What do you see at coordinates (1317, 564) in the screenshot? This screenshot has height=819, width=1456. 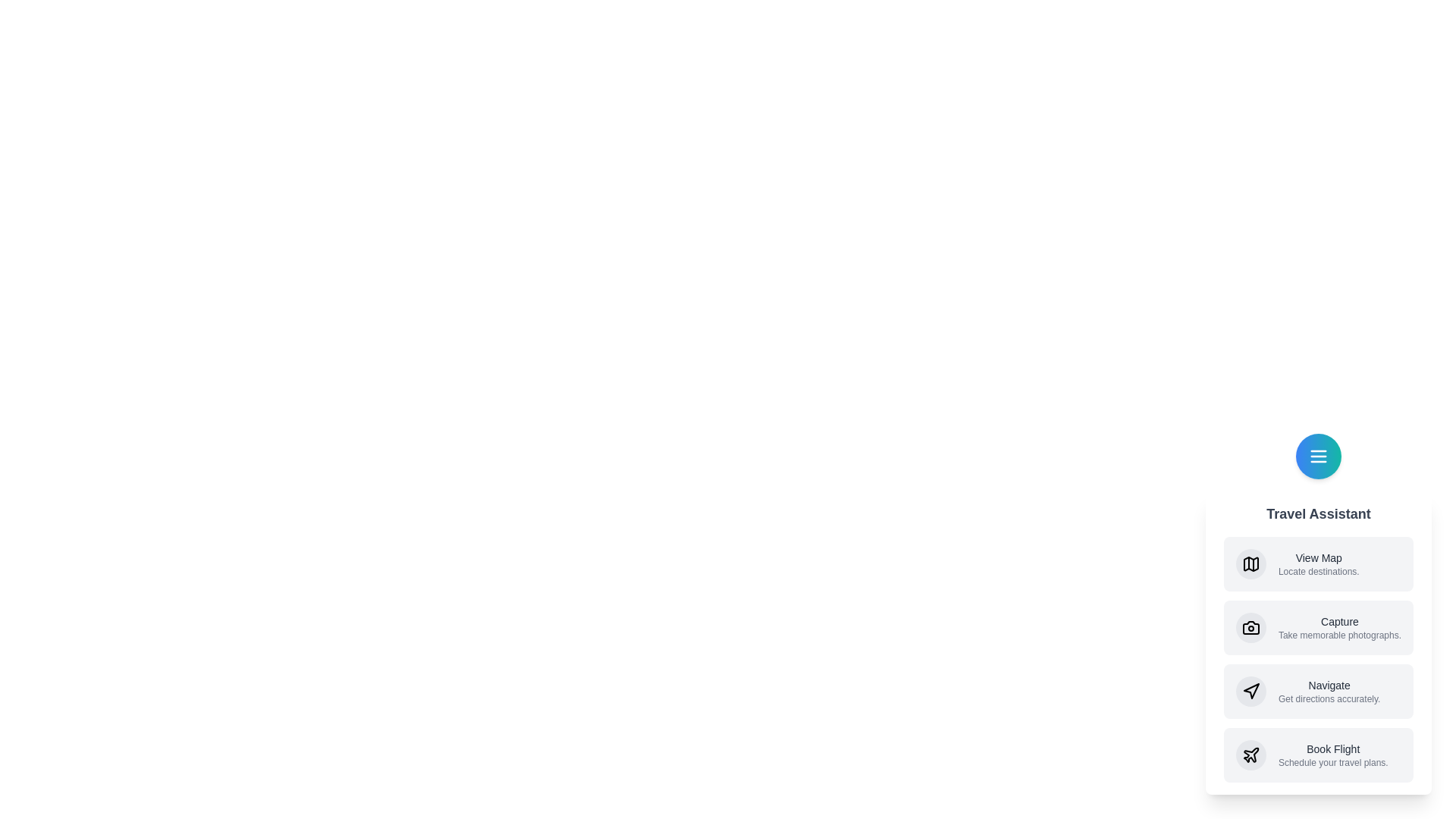 I see `the 'View Map' option in the Travel Assistant menu` at bounding box center [1317, 564].